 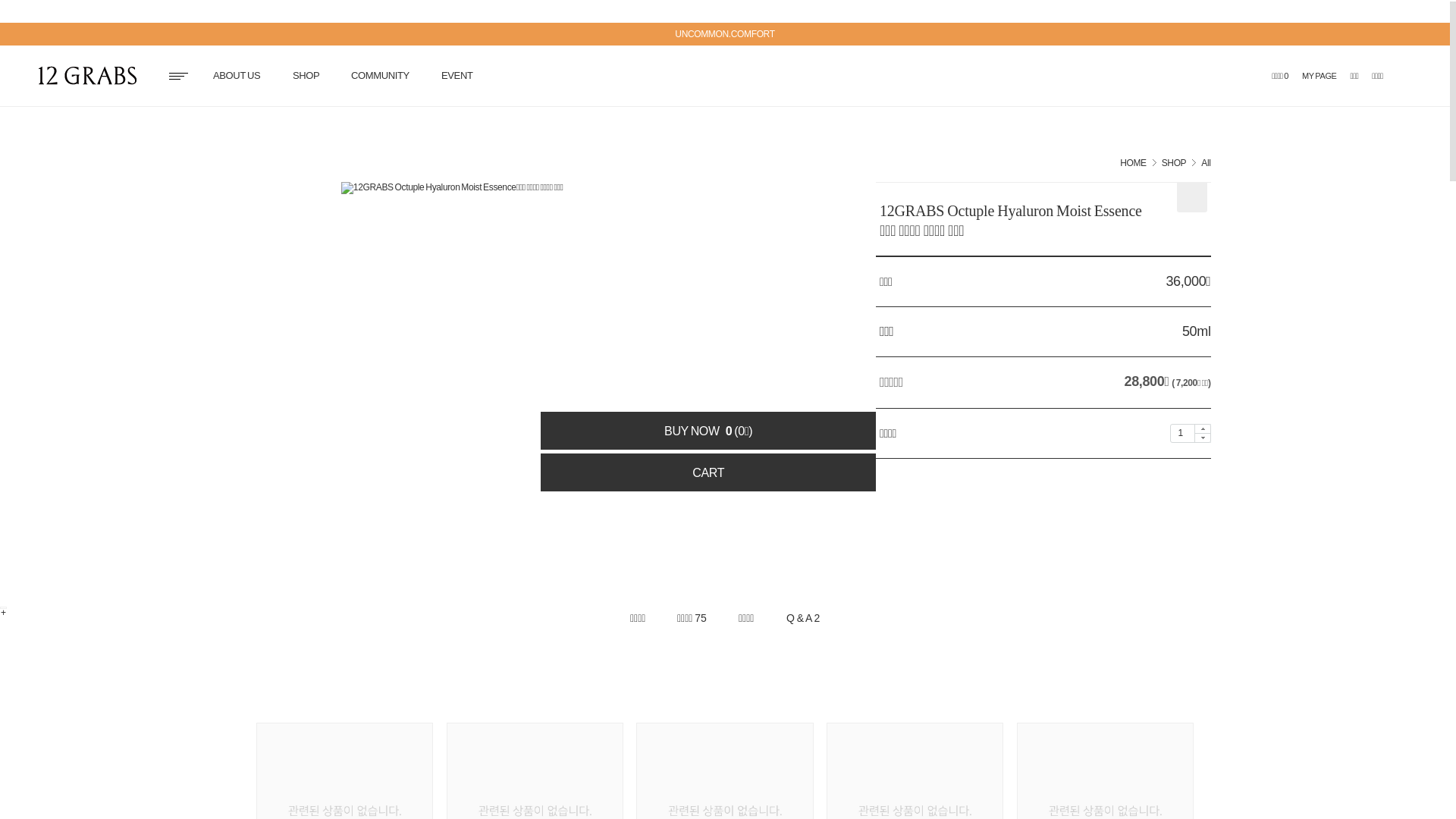 I want to click on 'COMMUNITY', so click(x=380, y=75).